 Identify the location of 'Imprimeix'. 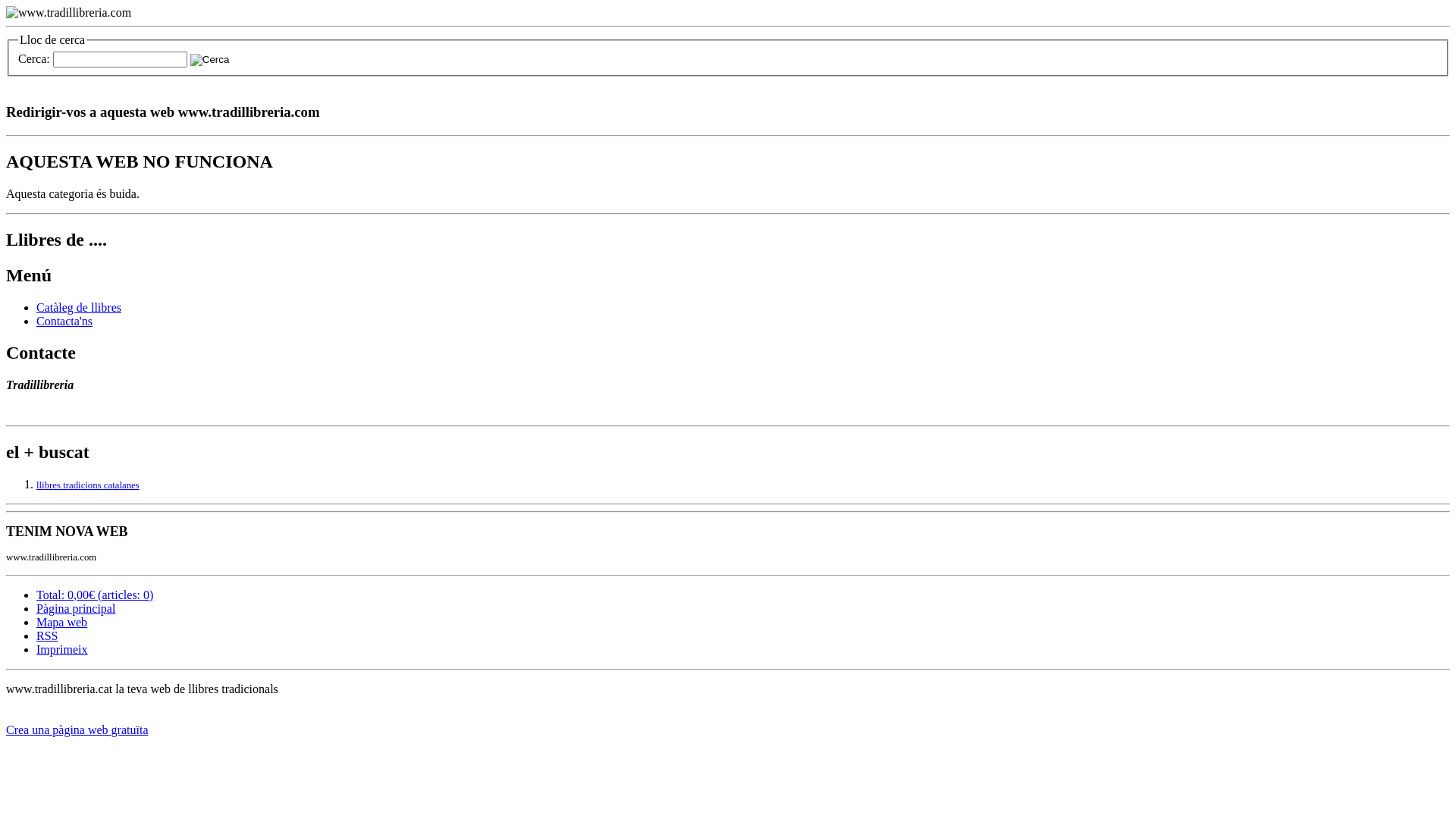
(61, 648).